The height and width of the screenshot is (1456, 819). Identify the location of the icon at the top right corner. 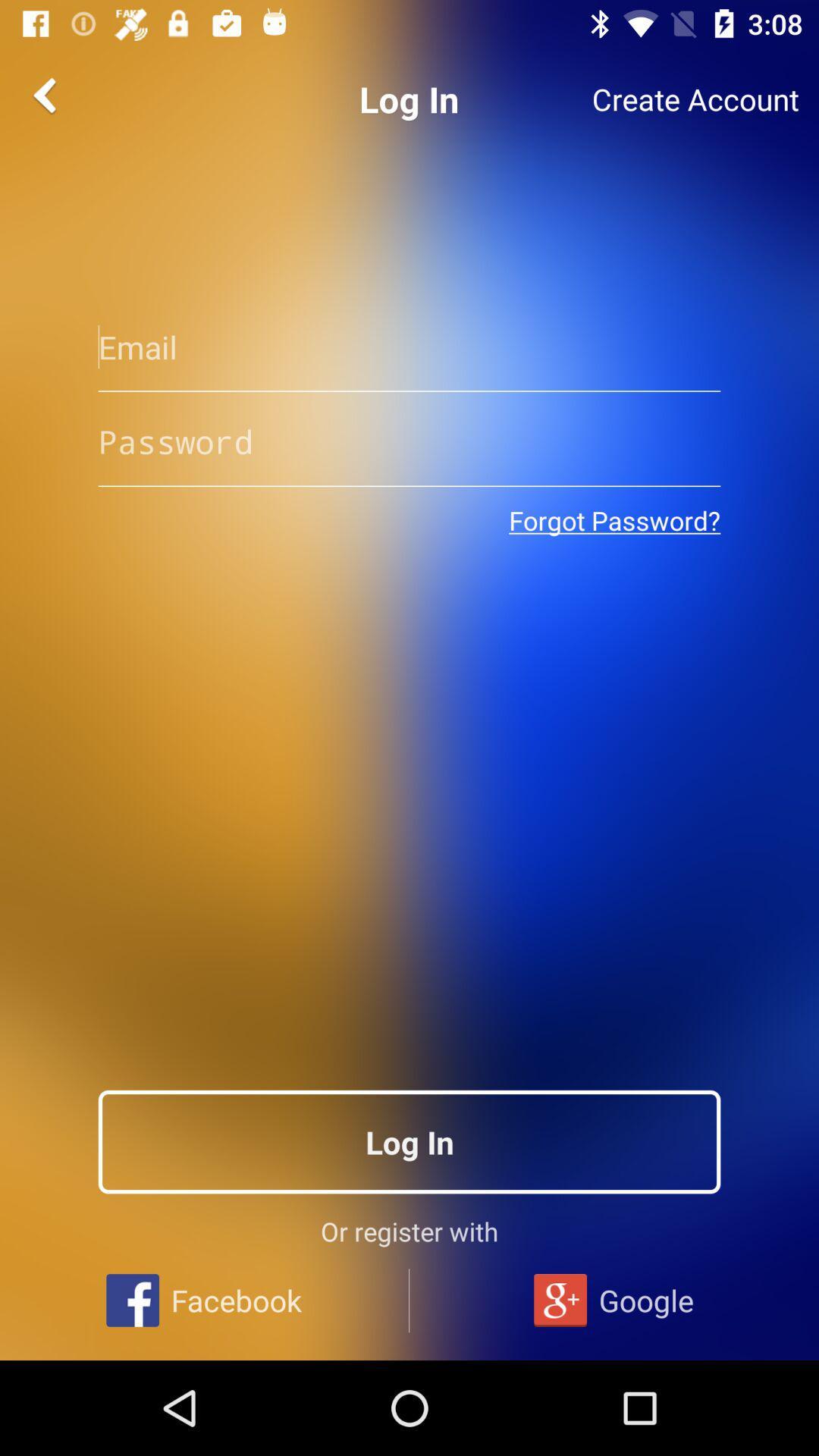
(695, 99).